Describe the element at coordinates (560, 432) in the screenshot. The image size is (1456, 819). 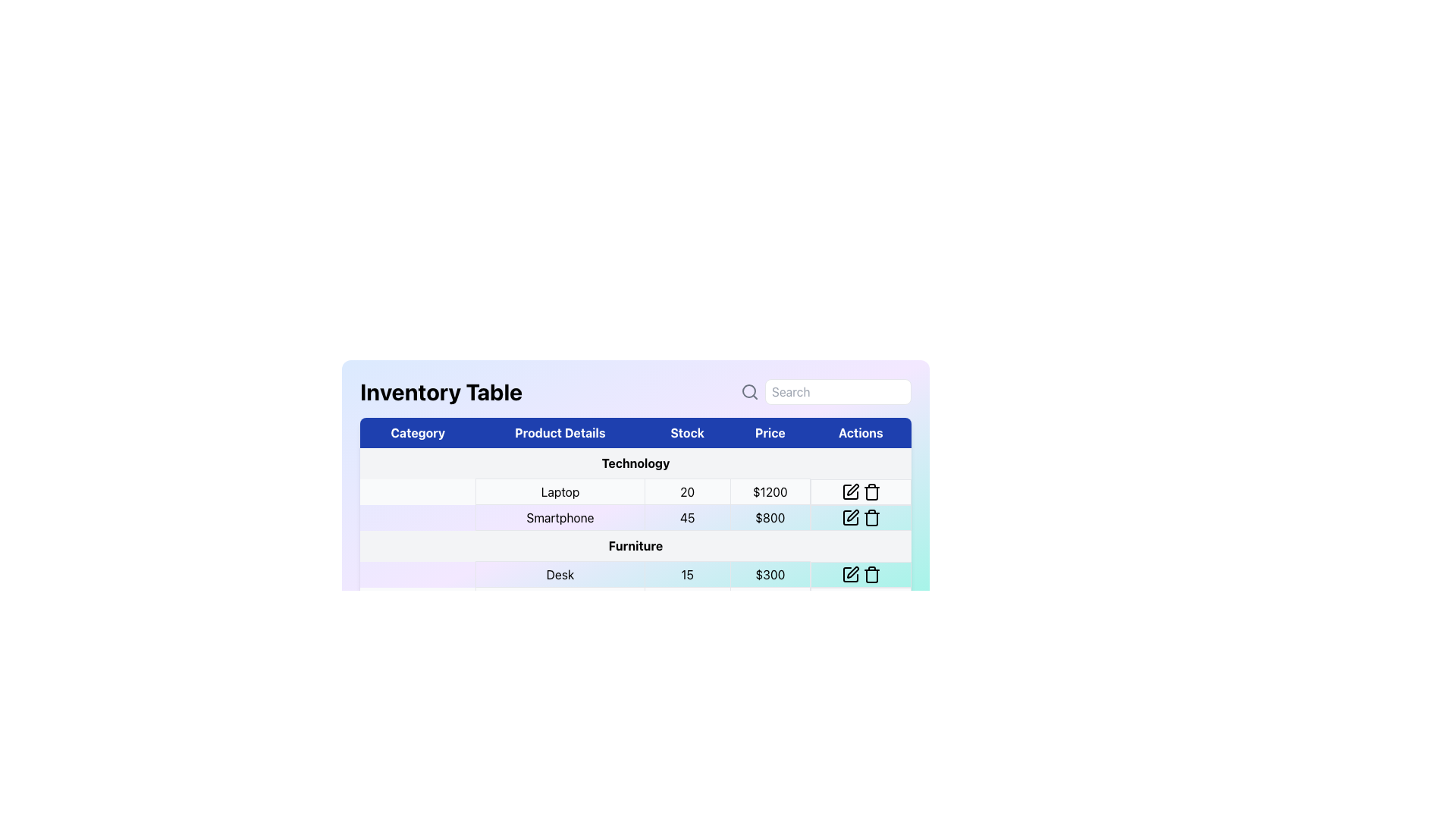
I see `the second column header in the table that indicates product details, positioned between 'Category' and 'Stock'` at that location.